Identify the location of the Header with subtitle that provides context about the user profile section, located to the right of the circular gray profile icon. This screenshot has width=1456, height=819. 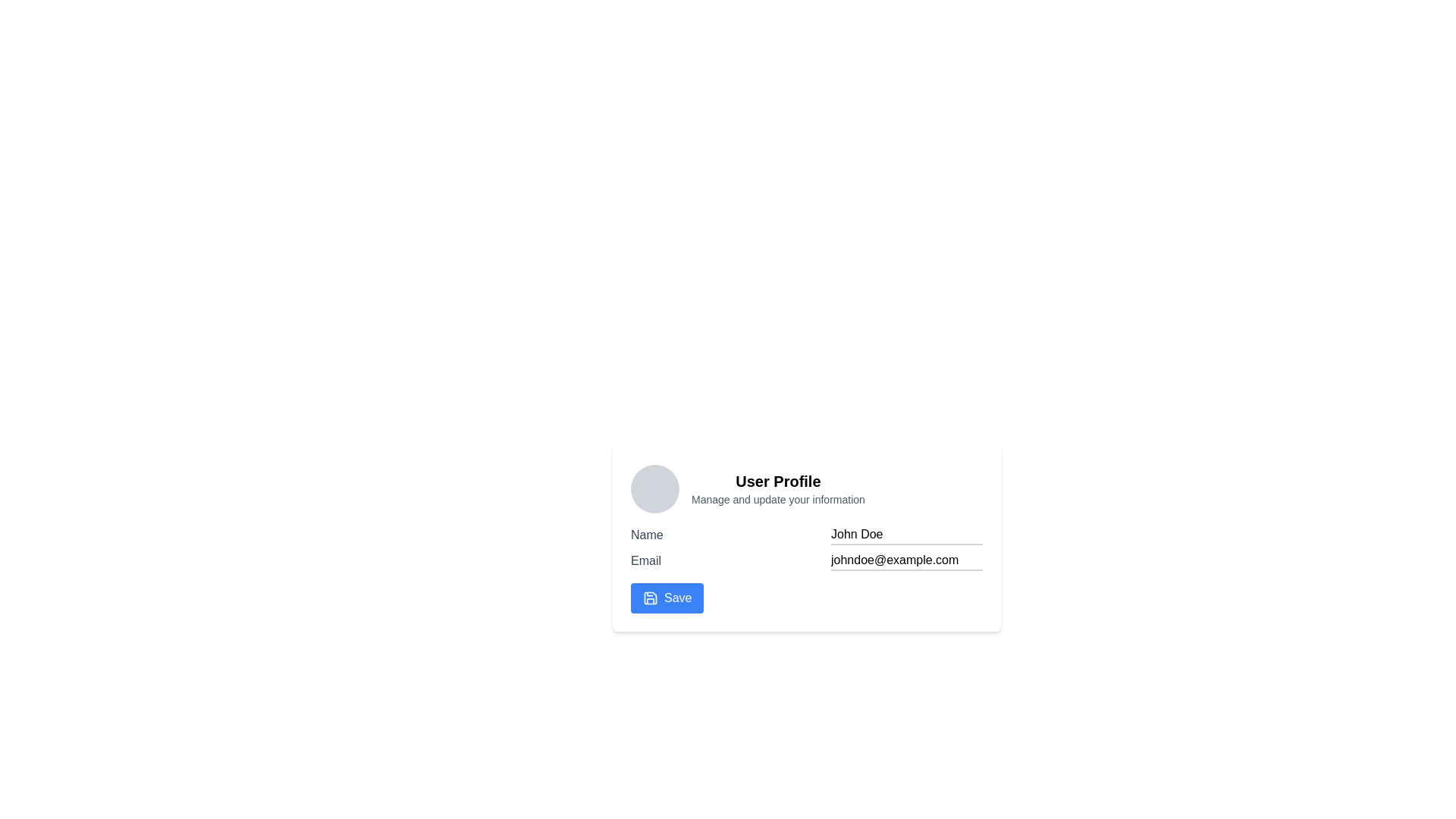
(778, 488).